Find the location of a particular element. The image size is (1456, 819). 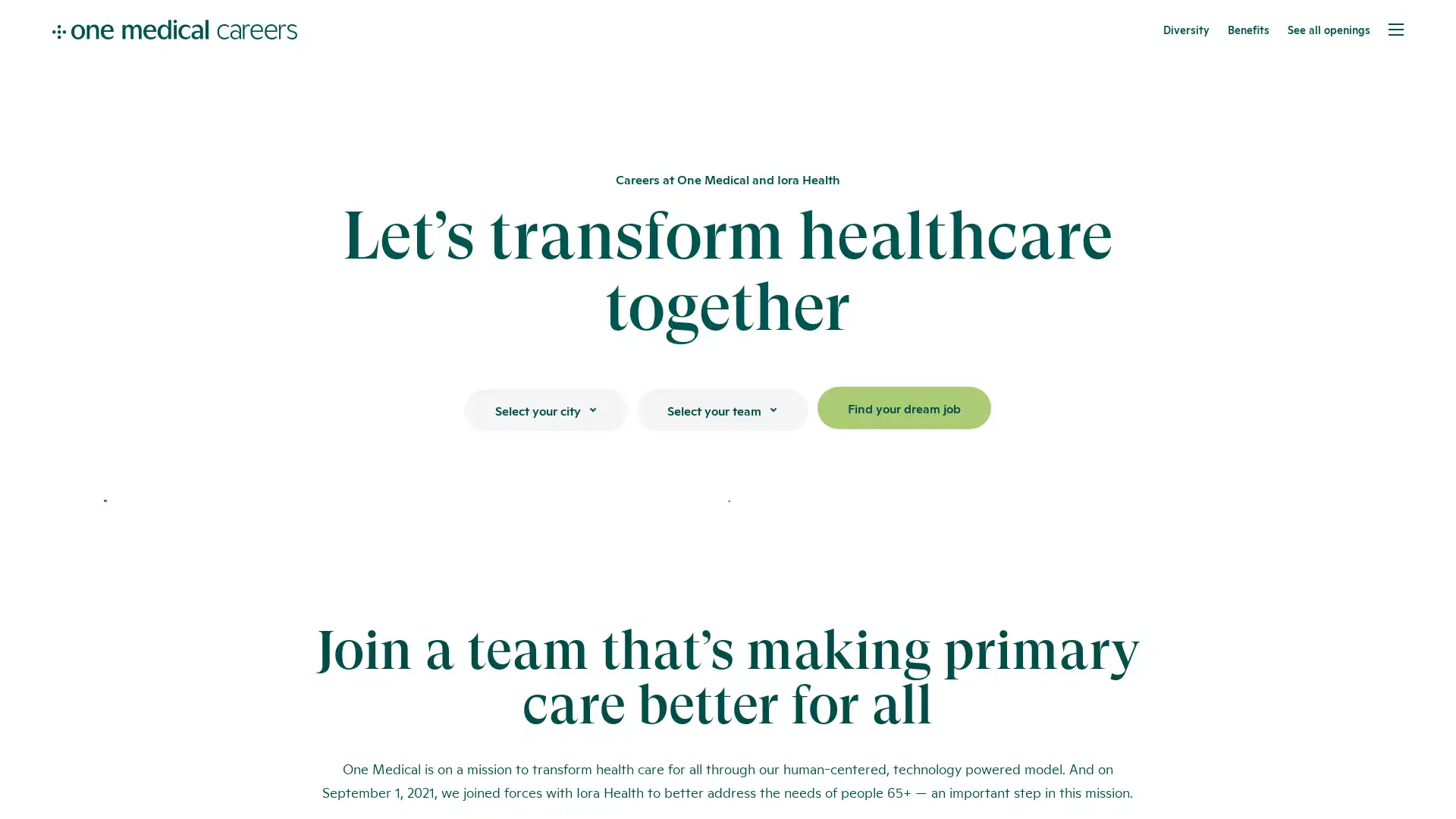

Select your team is located at coordinates (720, 409).